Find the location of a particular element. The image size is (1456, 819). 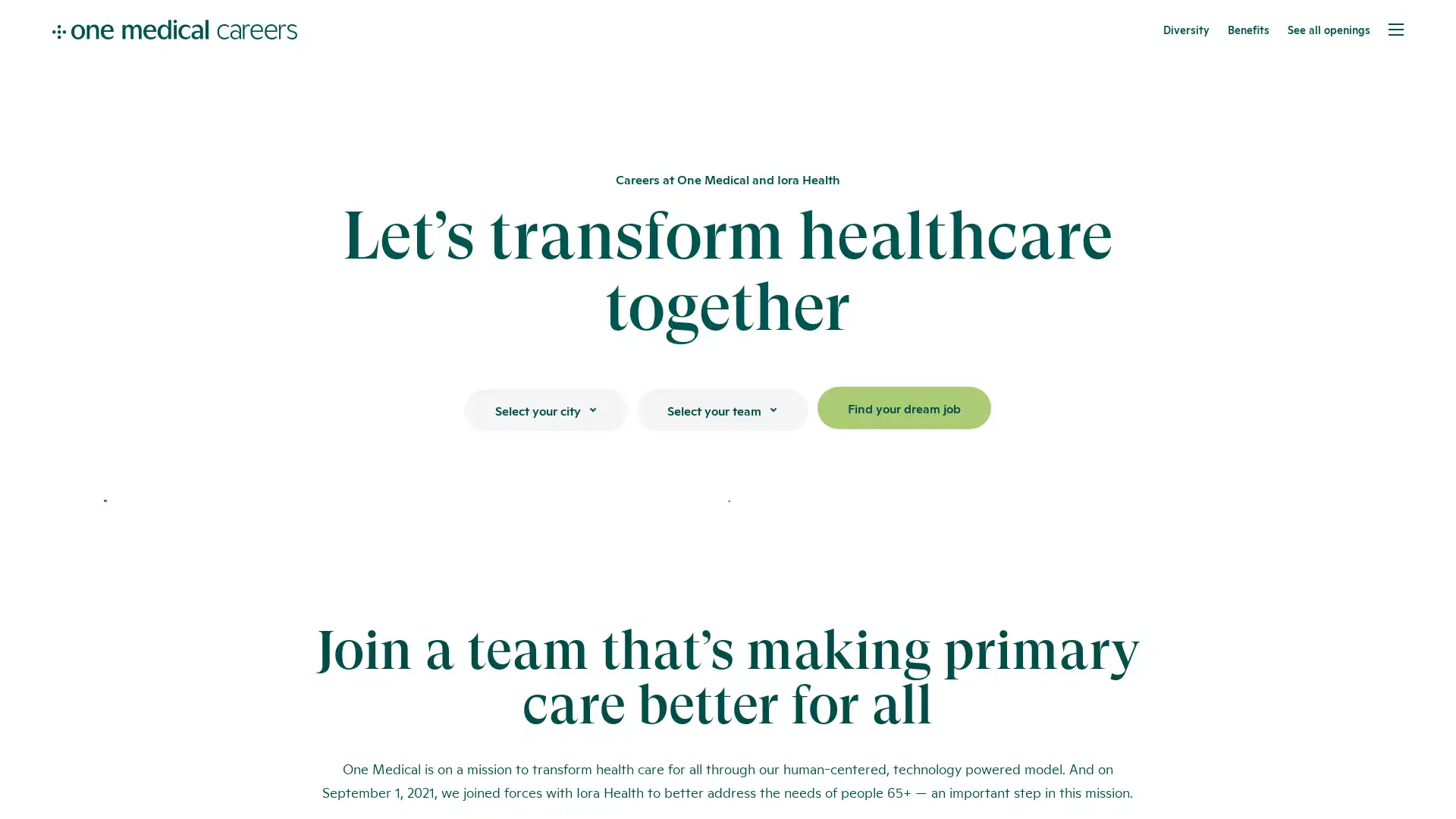

Select your team is located at coordinates (720, 409).